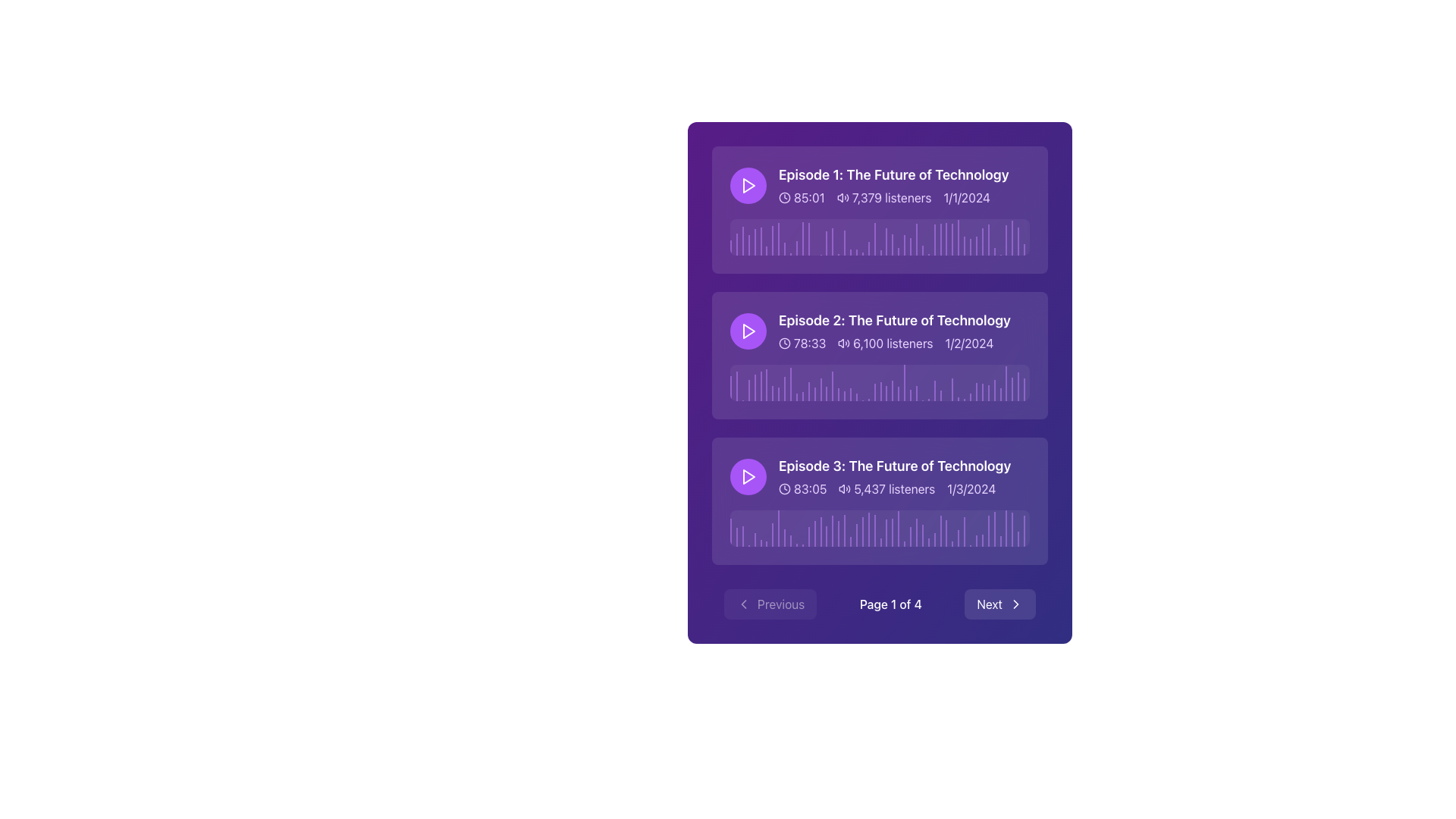 This screenshot has height=819, width=1456. I want to click on the 38th vertical purple waveform bar representing an audio track, which has a translucent texture and is located near the right end of the waveform component, so click(958, 538).